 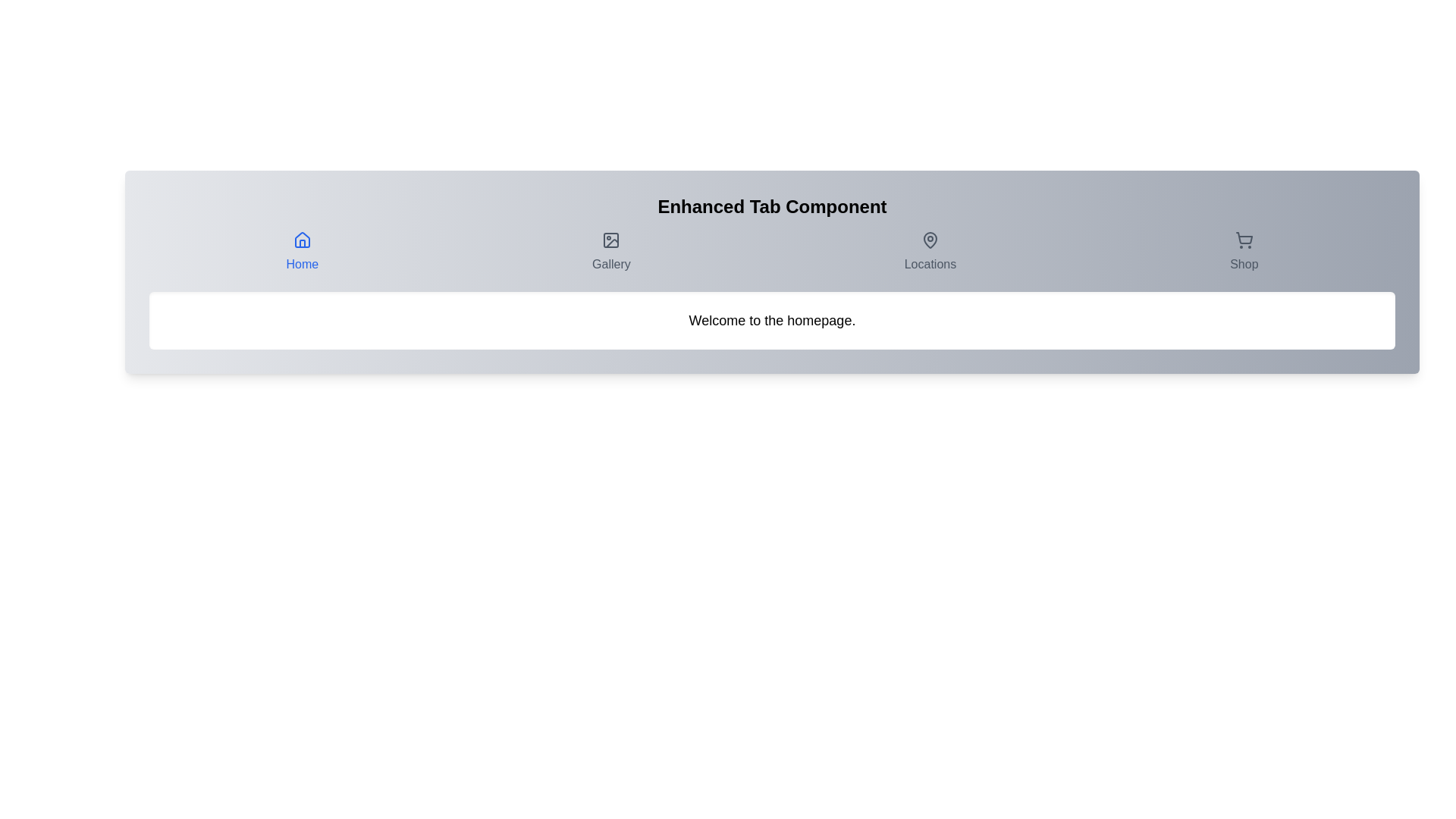 What do you see at coordinates (929, 239) in the screenshot?
I see `the 'Locations' icon in the navigation bar` at bounding box center [929, 239].